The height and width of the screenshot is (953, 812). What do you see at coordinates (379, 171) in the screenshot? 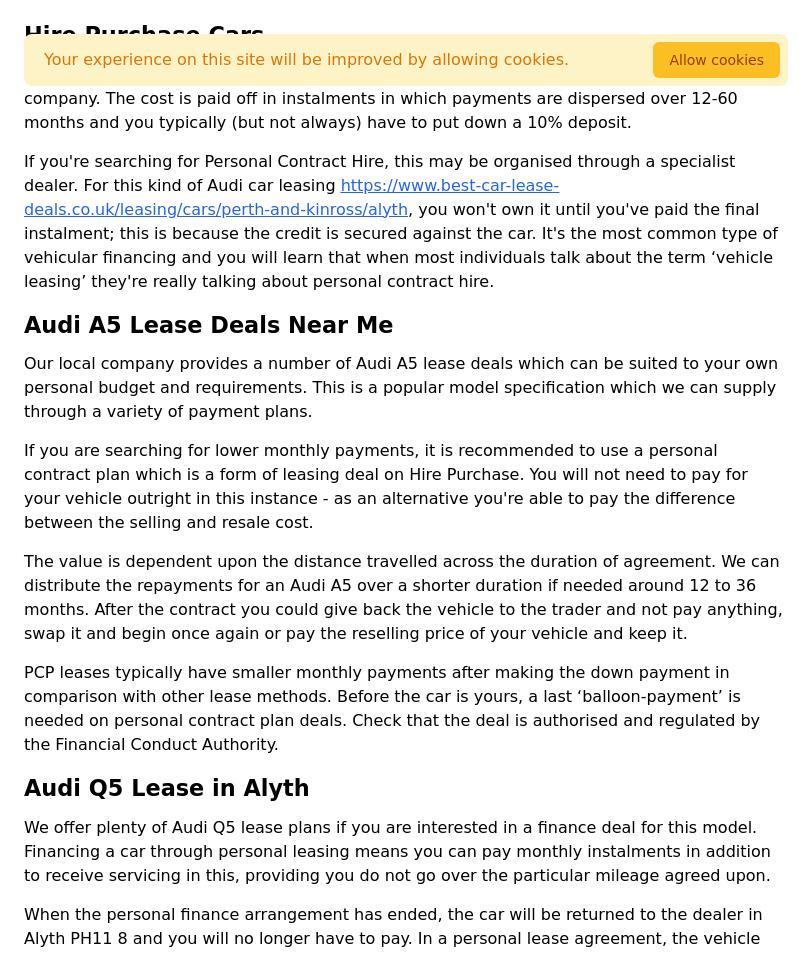
I see `'If you're searching for Personal Contract Hire, this may be organised through a specialist dealer. For this kind of Audi car leasing'` at bounding box center [379, 171].